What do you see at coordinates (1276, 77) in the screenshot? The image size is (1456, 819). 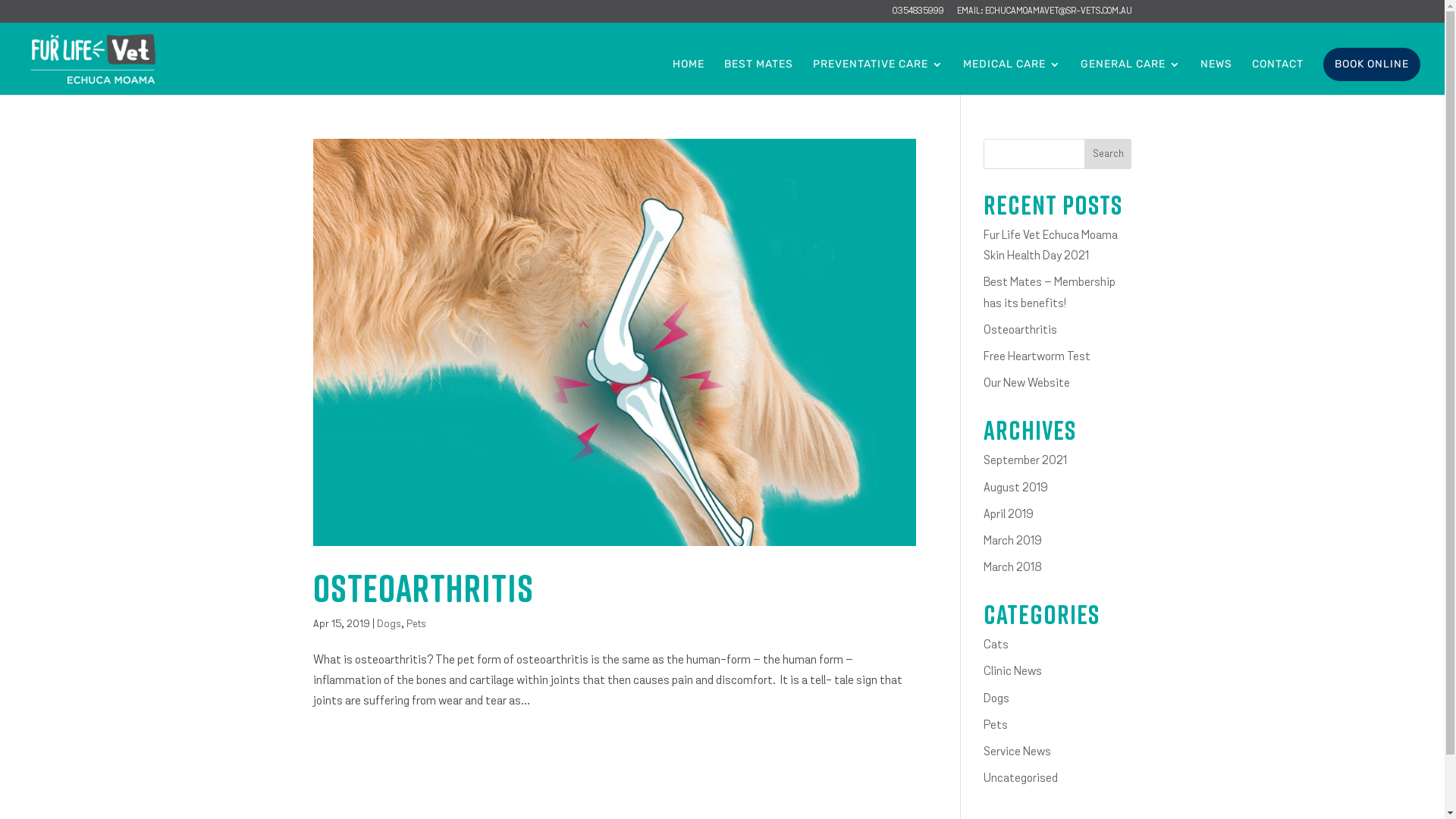 I see `'CONTACT'` at bounding box center [1276, 77].